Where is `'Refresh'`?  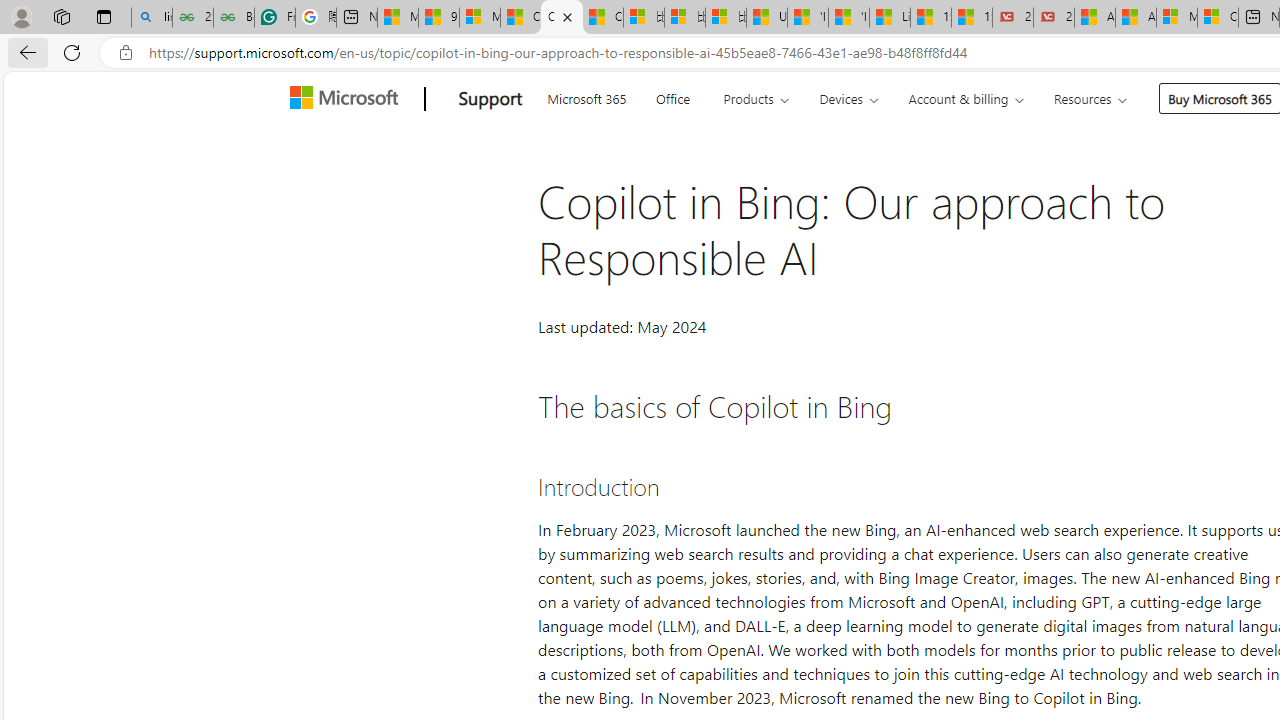
'Refresh' is located at coordinates (72, 51).